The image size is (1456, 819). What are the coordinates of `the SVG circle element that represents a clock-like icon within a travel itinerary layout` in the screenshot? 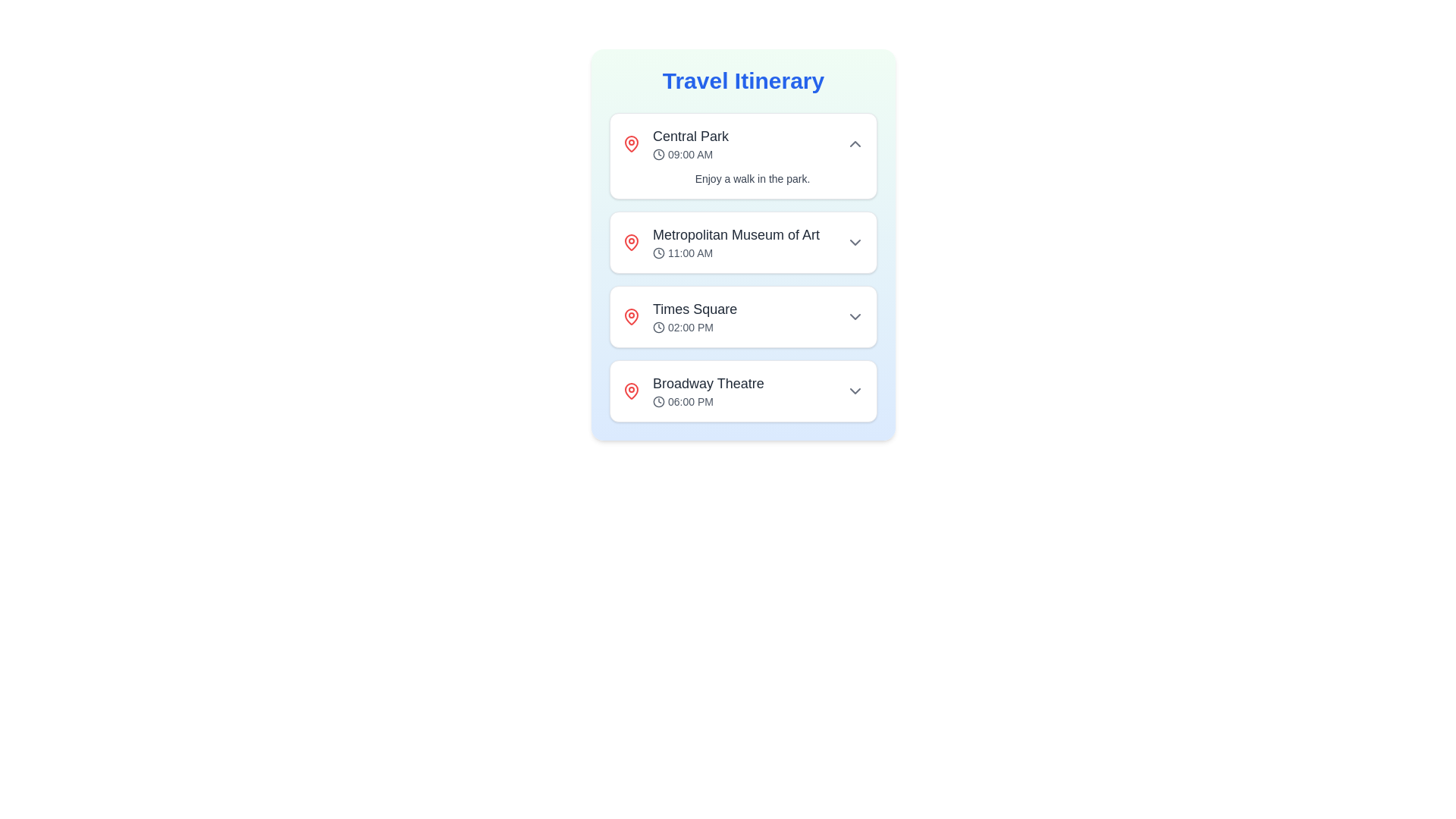 It's located at (658, 155).